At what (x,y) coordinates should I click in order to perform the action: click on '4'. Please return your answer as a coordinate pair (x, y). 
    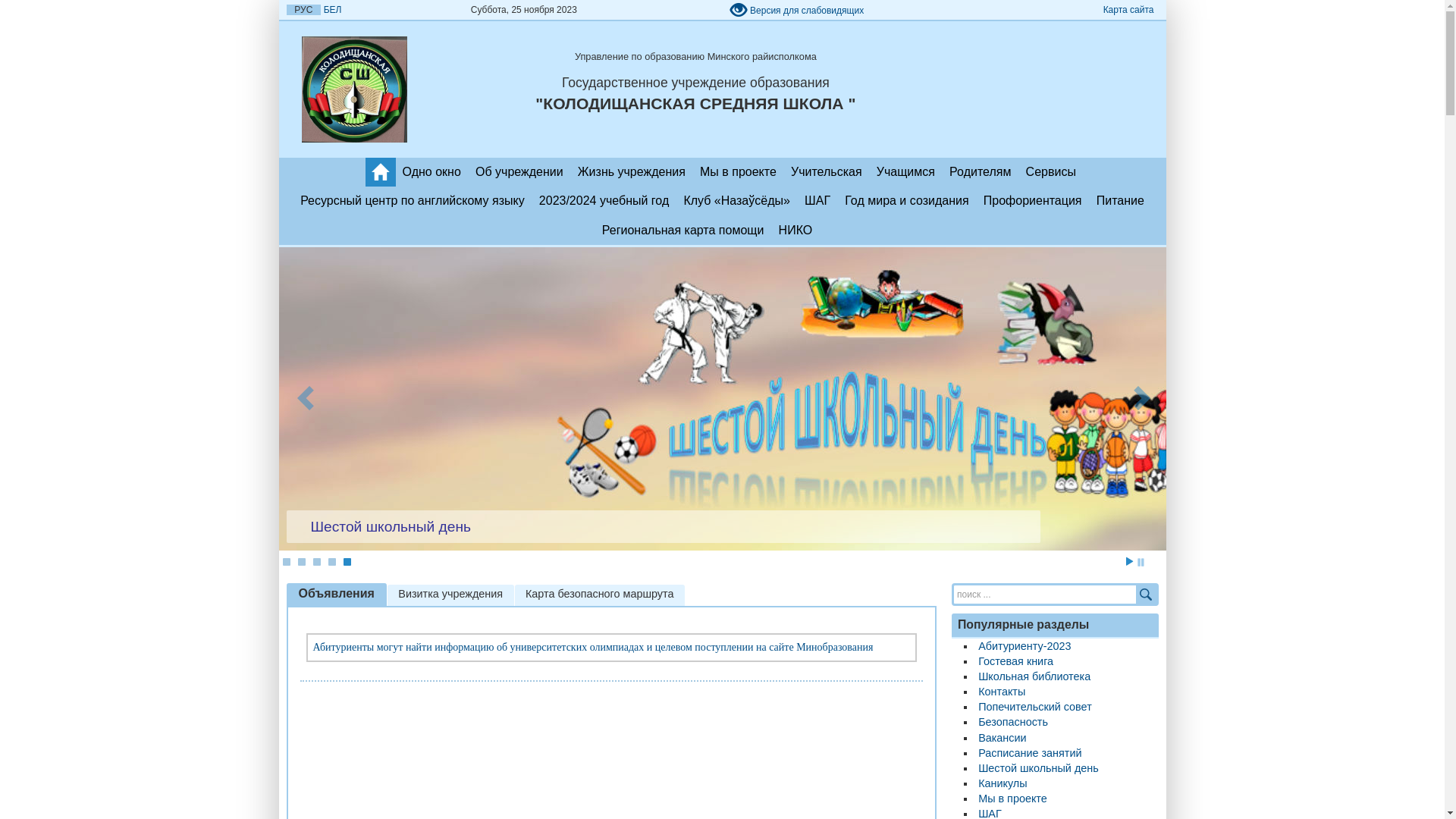
    Looking at the image, I should click on (330, 561).